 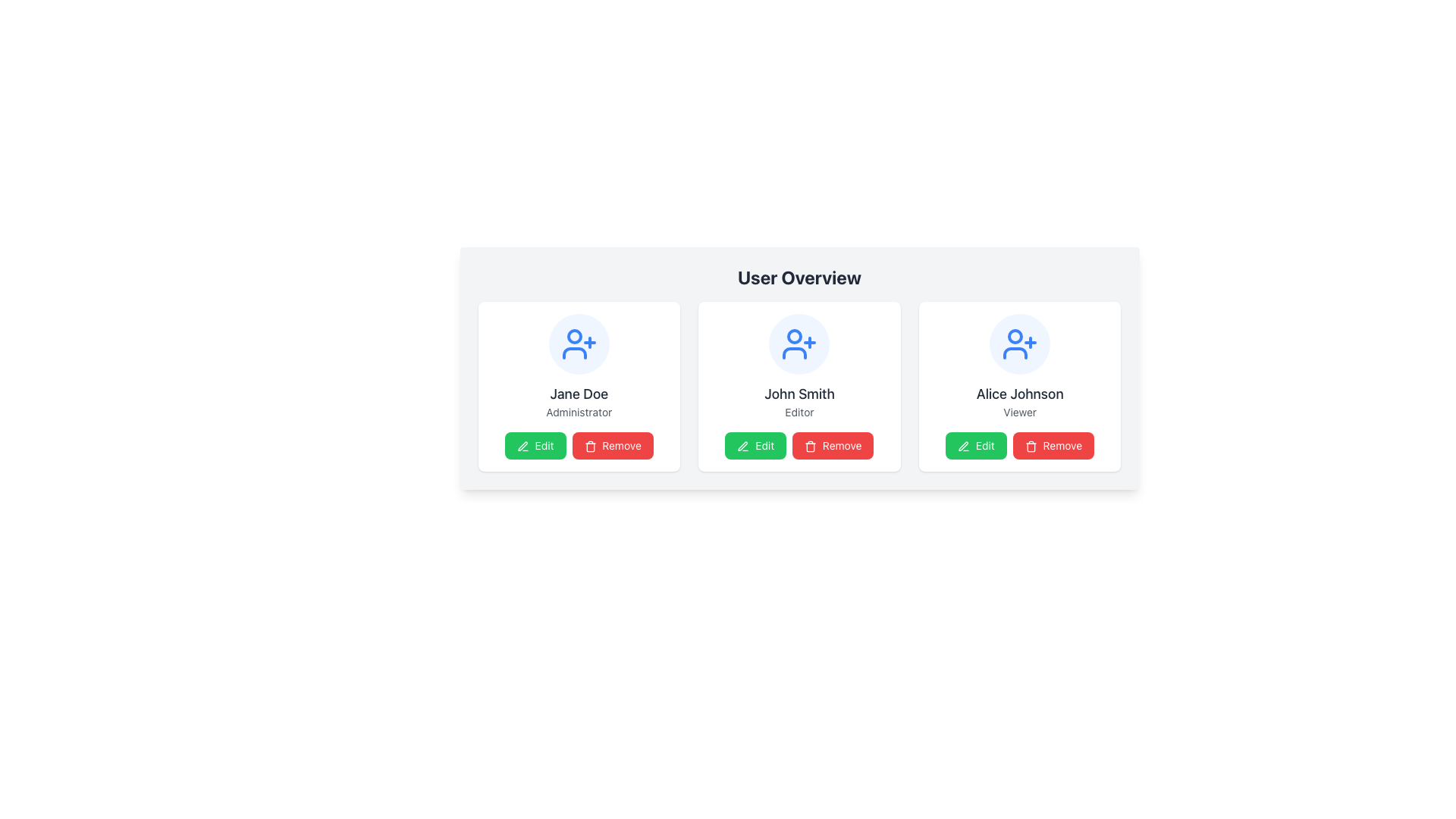 What do you see at coordinates (578, 412) in the screenshot?
I see `the text label indicating the user's role as 'Administrator' within the card for Jane Doe` at bounding box center [578, 412].